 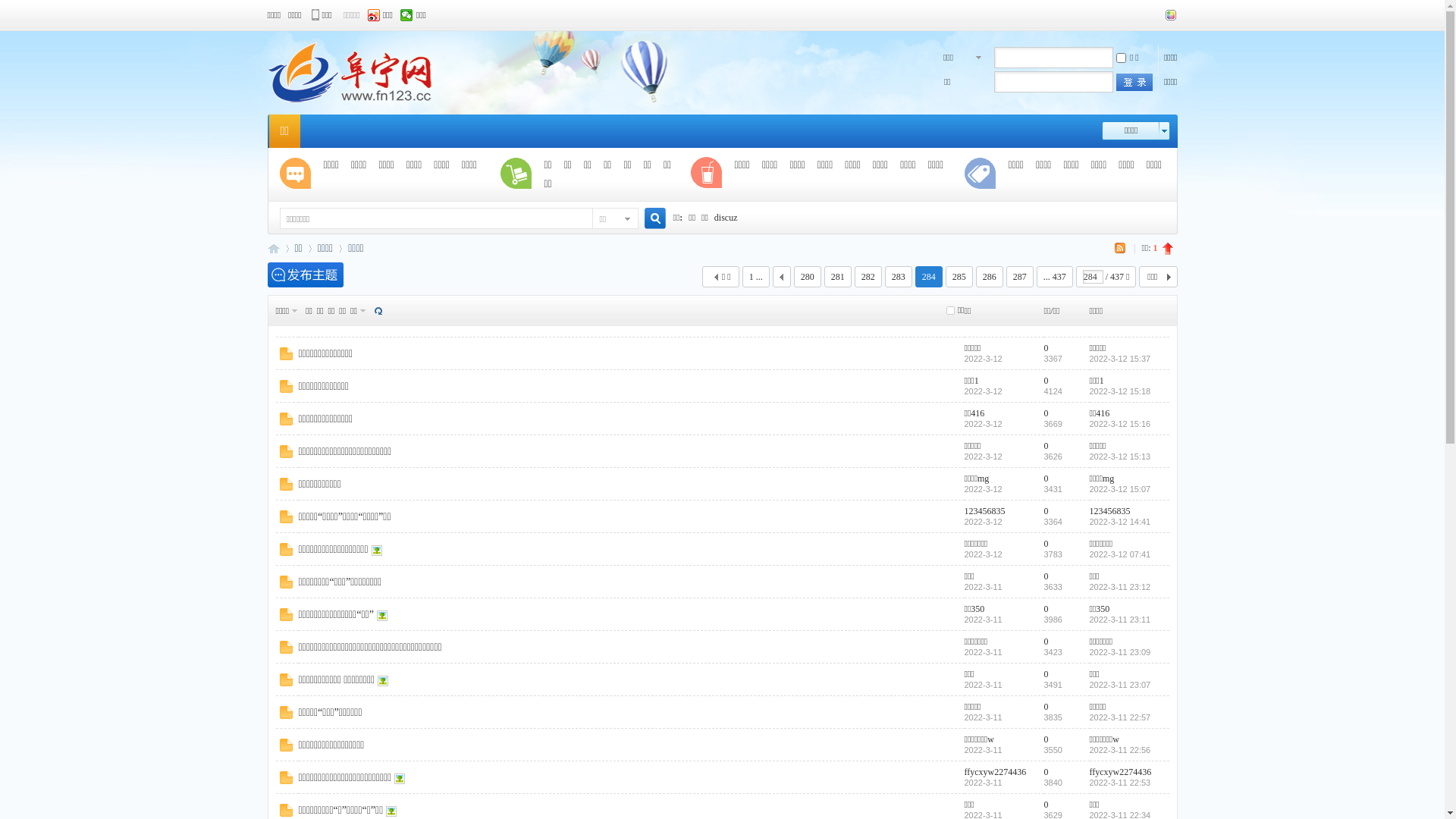 What do you see at coordinates (807, 277) in the screenshot?
I see `'280'` at bounding box center [807, 277].